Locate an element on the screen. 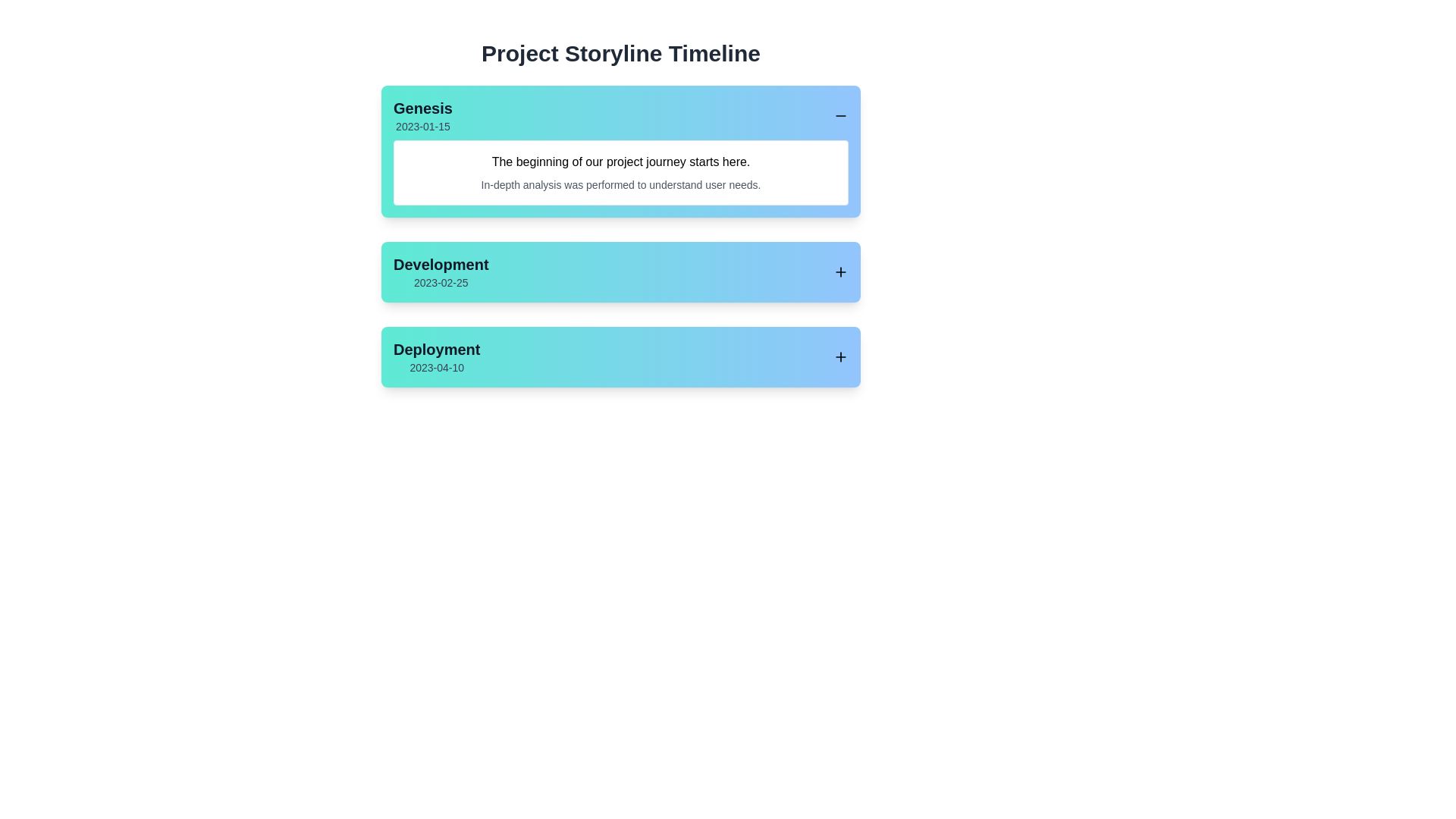 This screenshot has width=1456, height=819. the text from the horizontally centered text block reading 'The beginning of our project journey starts here.' located in the 'Genesis' section of the timeline card is located at coordinates (621, 162).